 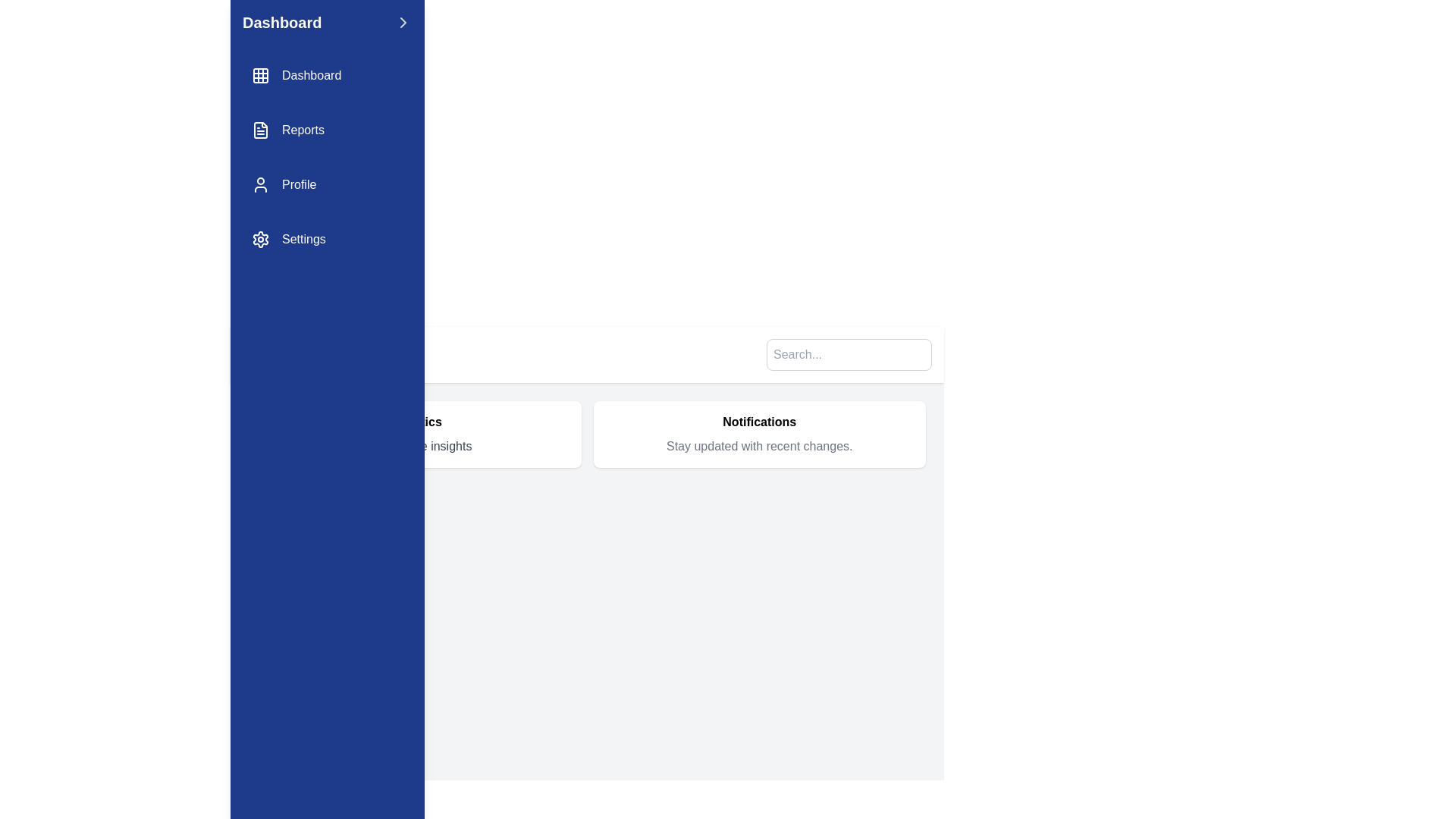 I want to click on the text label that reads 'Dashboard', which is prominently displayed in bold font on a blue background in the top-left section of the layout, so click(x=282, y=23).